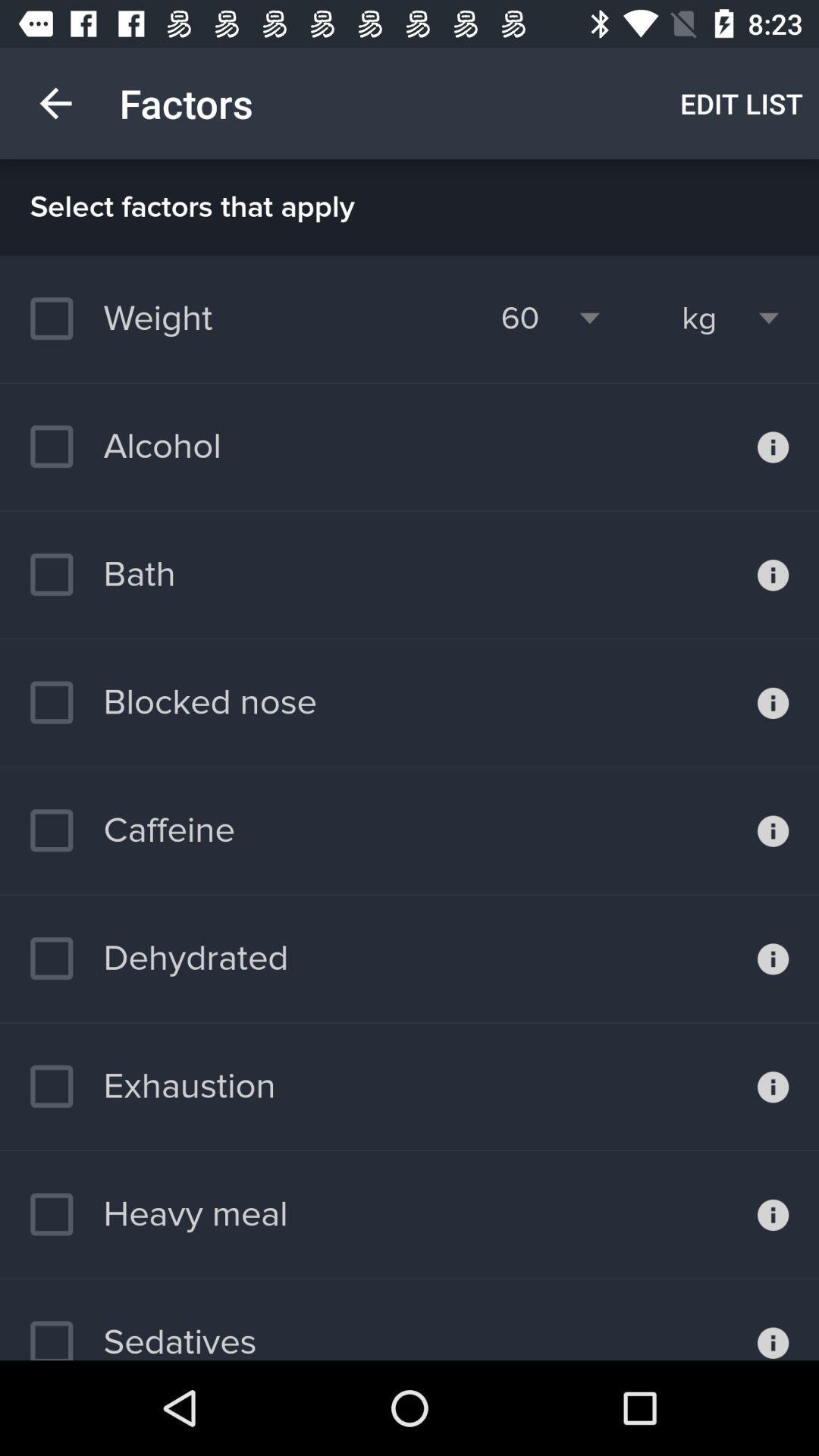 The image size is (819, 1456). What do you see at coordinates (773, 1215) in the screenshot?
I see `info` at bounding box center [773, 1215].